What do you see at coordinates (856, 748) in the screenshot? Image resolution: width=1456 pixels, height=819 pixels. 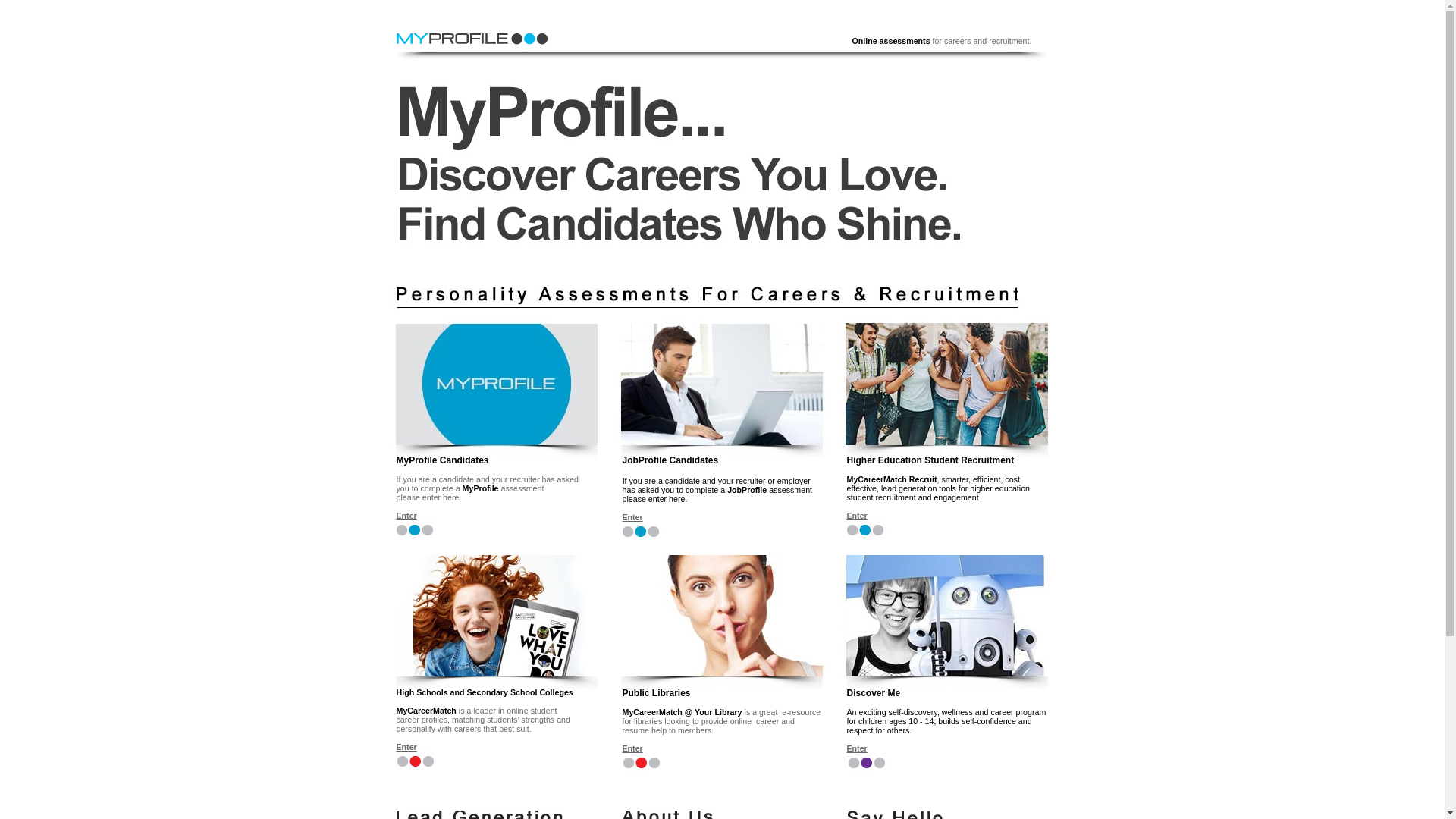 I see `'Enter'` at bounding box center [856, 748].